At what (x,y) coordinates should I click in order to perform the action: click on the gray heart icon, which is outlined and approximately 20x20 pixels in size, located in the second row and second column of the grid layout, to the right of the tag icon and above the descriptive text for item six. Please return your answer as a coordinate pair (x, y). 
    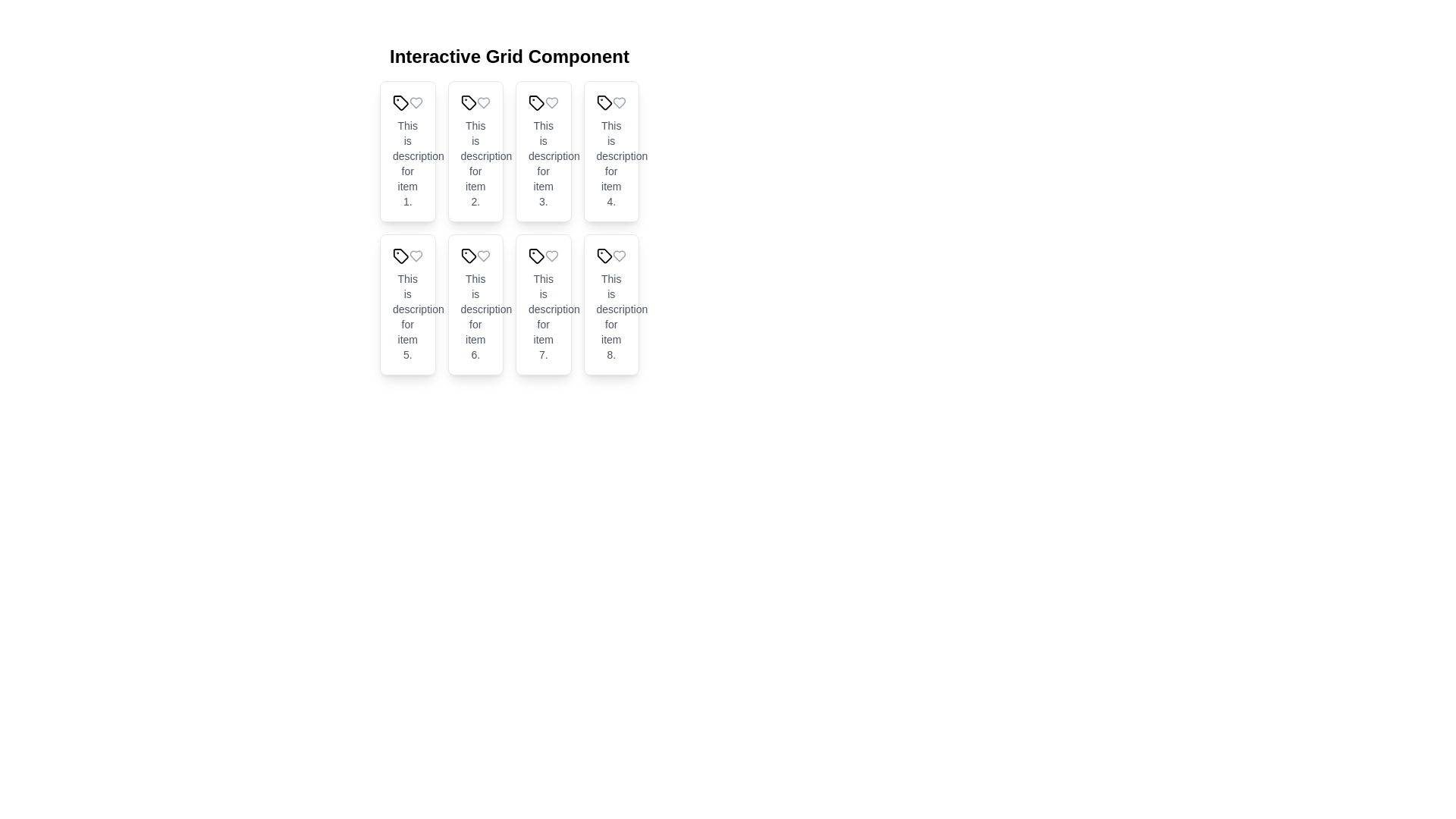
    Looking at the image, I should click on (483, 256).